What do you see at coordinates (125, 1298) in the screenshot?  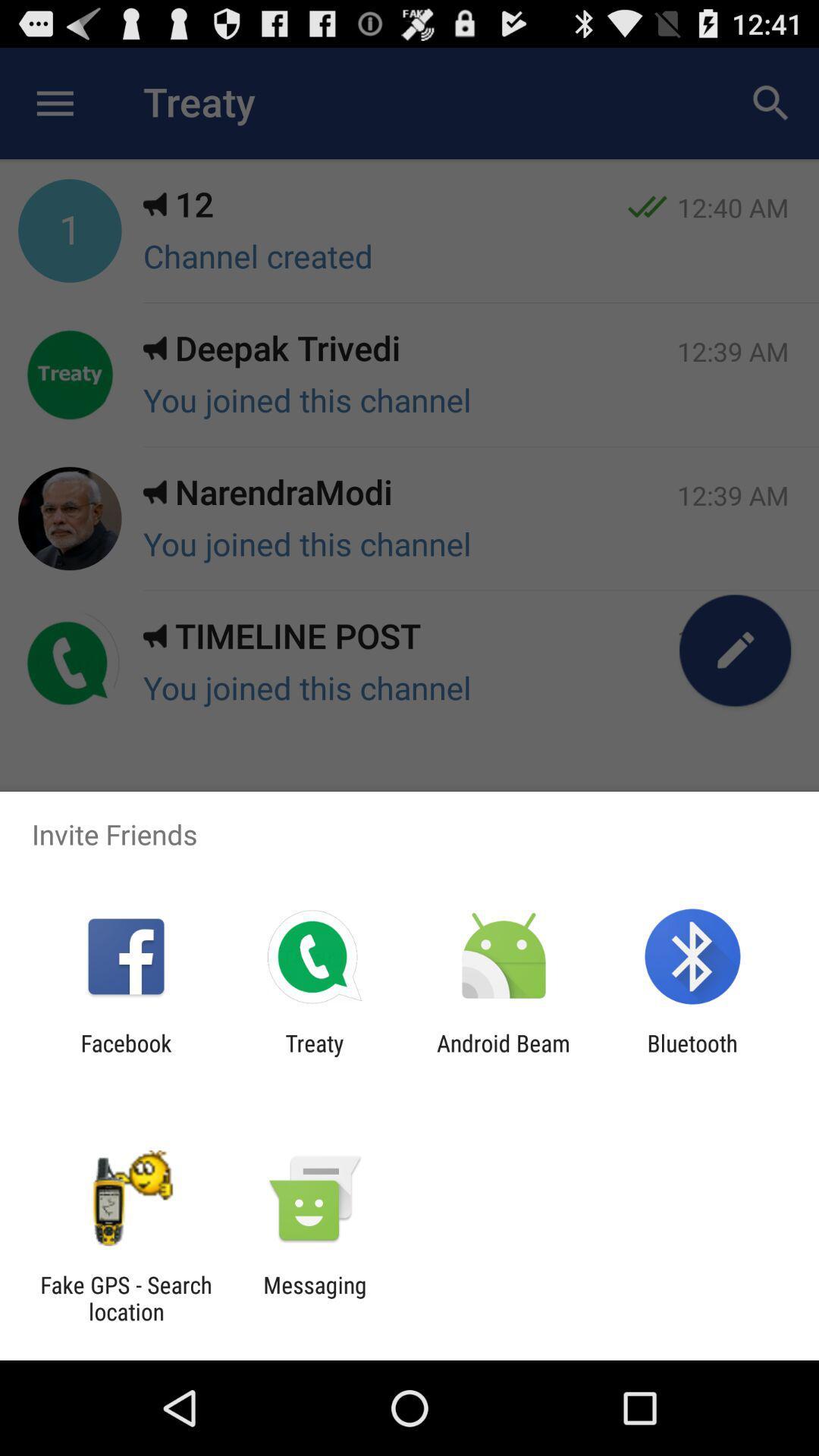 I see `the fake gps search icon` at bounding box center [125, 1298].